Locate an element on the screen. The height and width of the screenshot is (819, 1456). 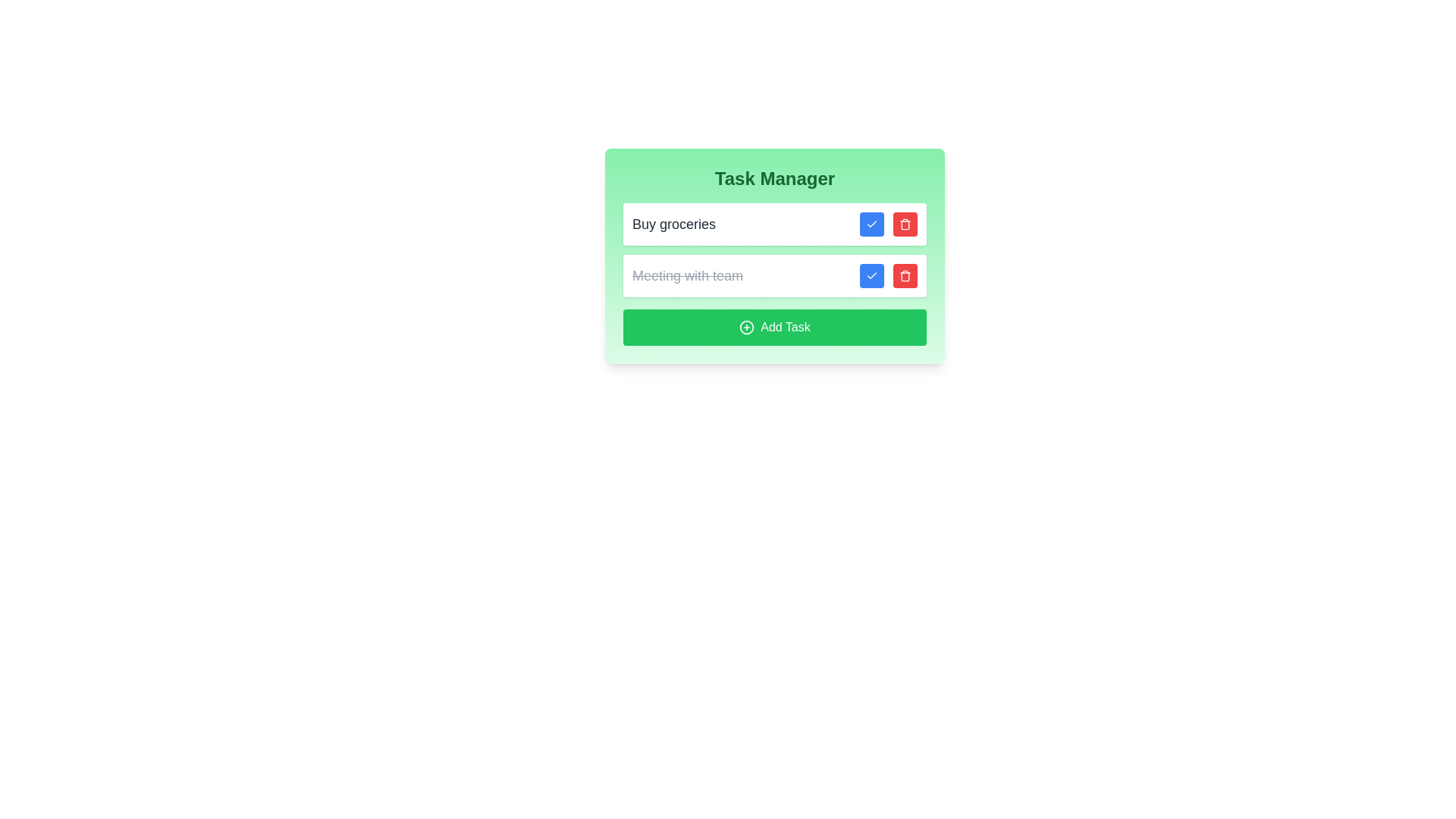
the checkmark icon styled with a blue background located in the task manager interface for the task titled 'Meeting with team' is located at coordinates (872, 275).